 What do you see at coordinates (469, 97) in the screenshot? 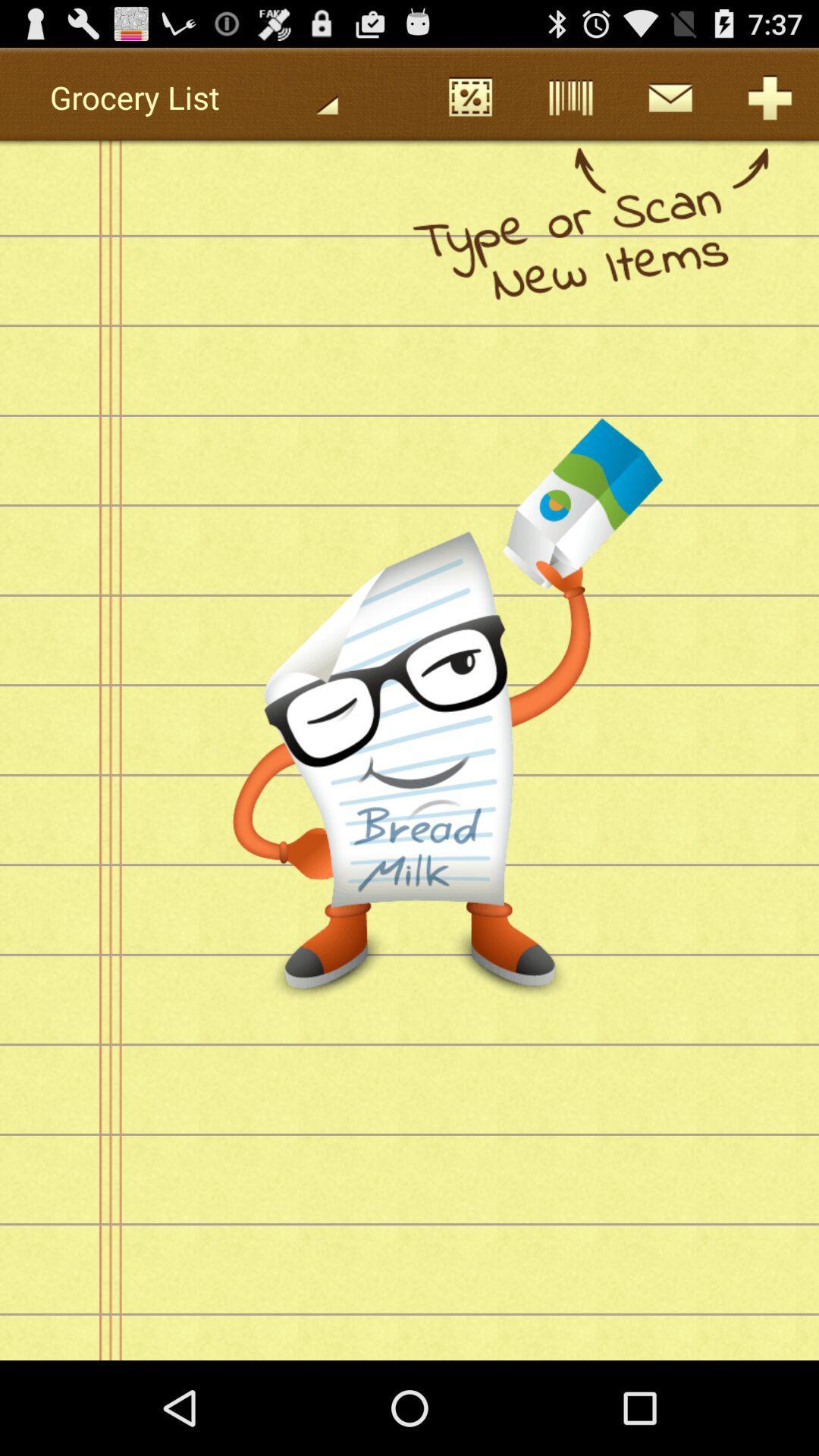
I see `percentage icon` at bounding box center [469, 97].